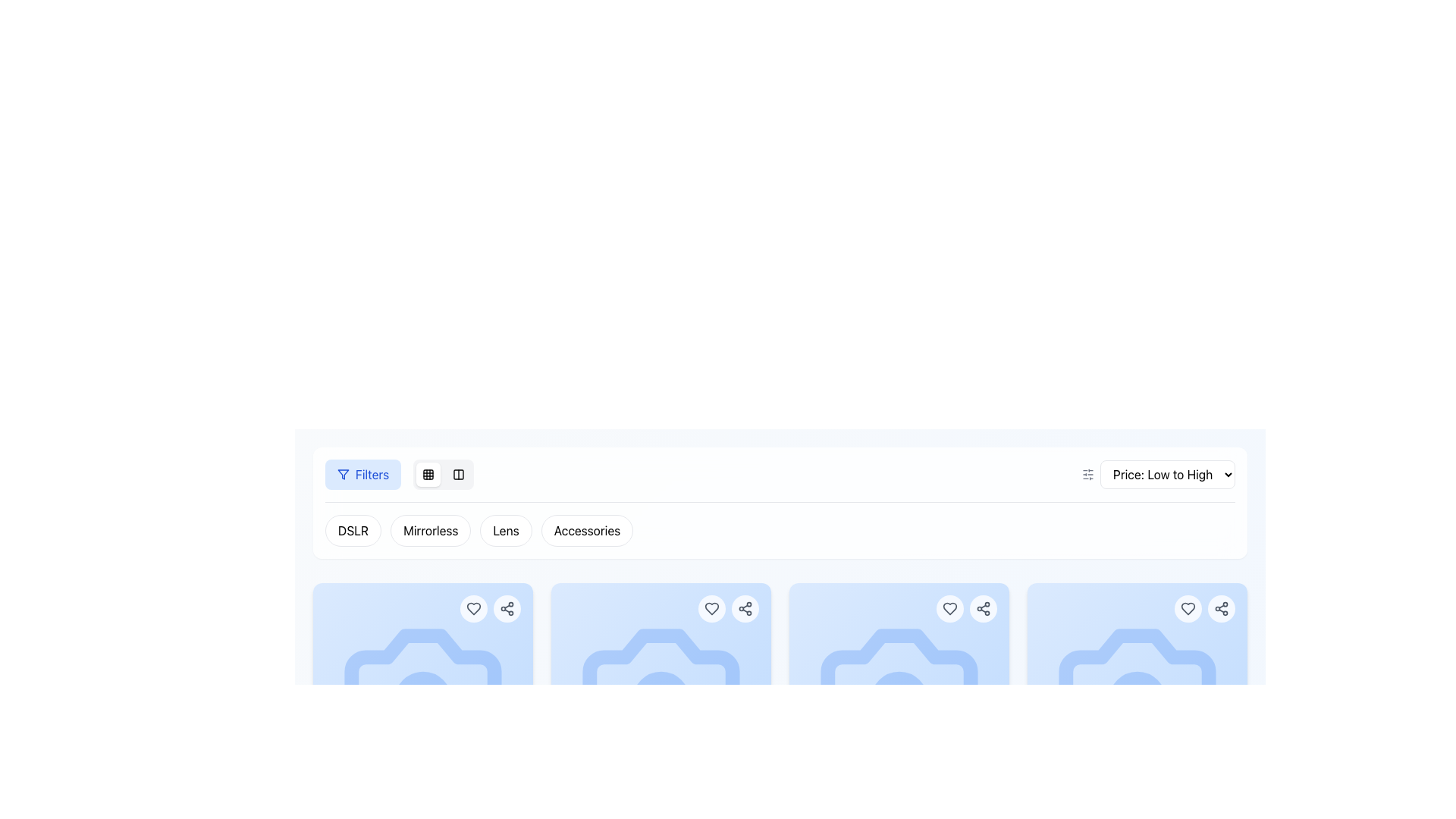 Image resolution: width=1456 pixels, height=819 pixels. I want to click on the heart-shaped icon in the top-right corner of the third card to favorite the item, so click(949, 607).